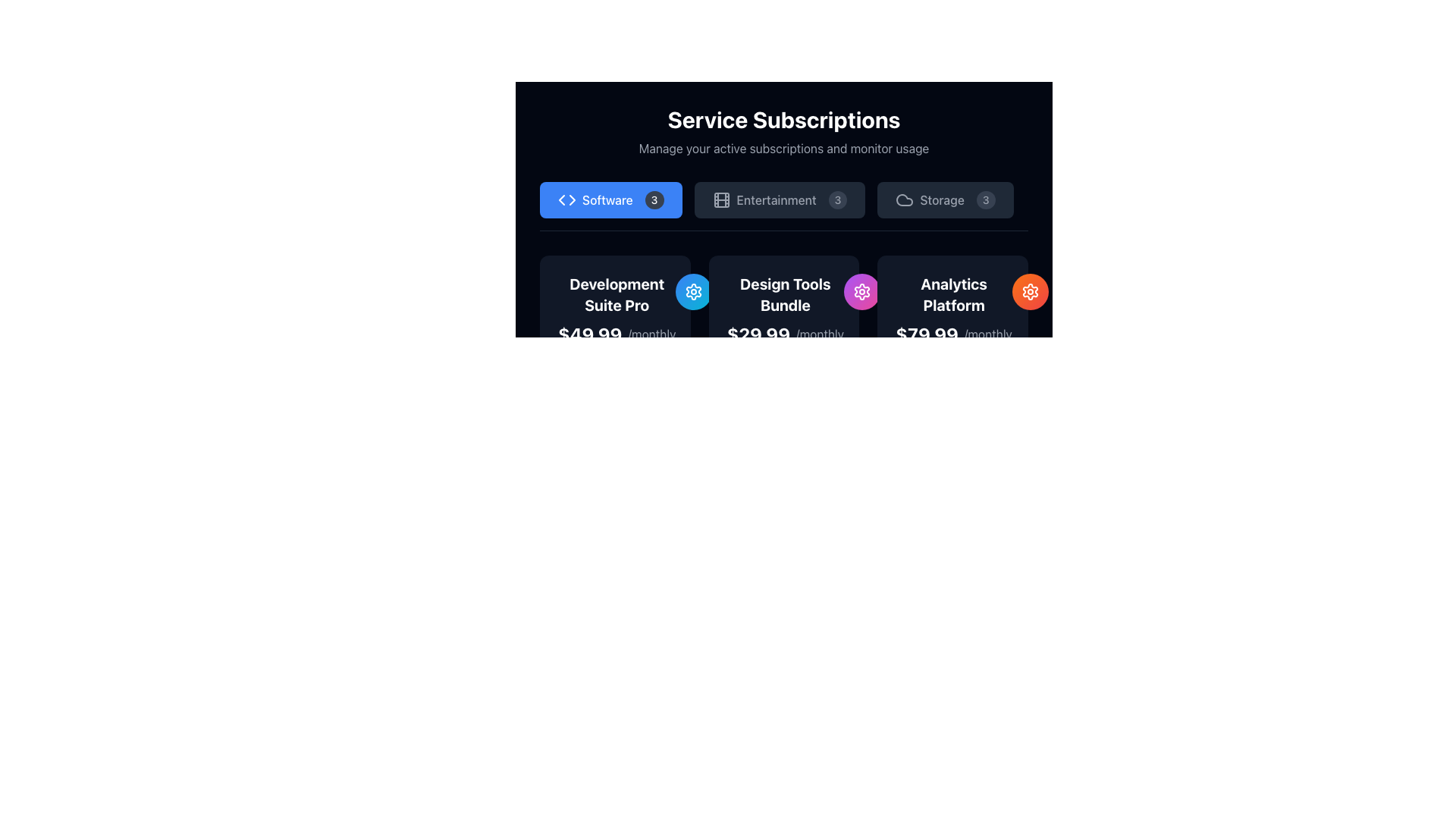 The image size is (1456, 819). What do you see at coordinates (758, 333) in the screenshot?
I see `pricing information displayed in the text label for the 'Design Tools Bundle' subscription plan, which indicates a cost of $29.99` at bounding box center [758, 333].